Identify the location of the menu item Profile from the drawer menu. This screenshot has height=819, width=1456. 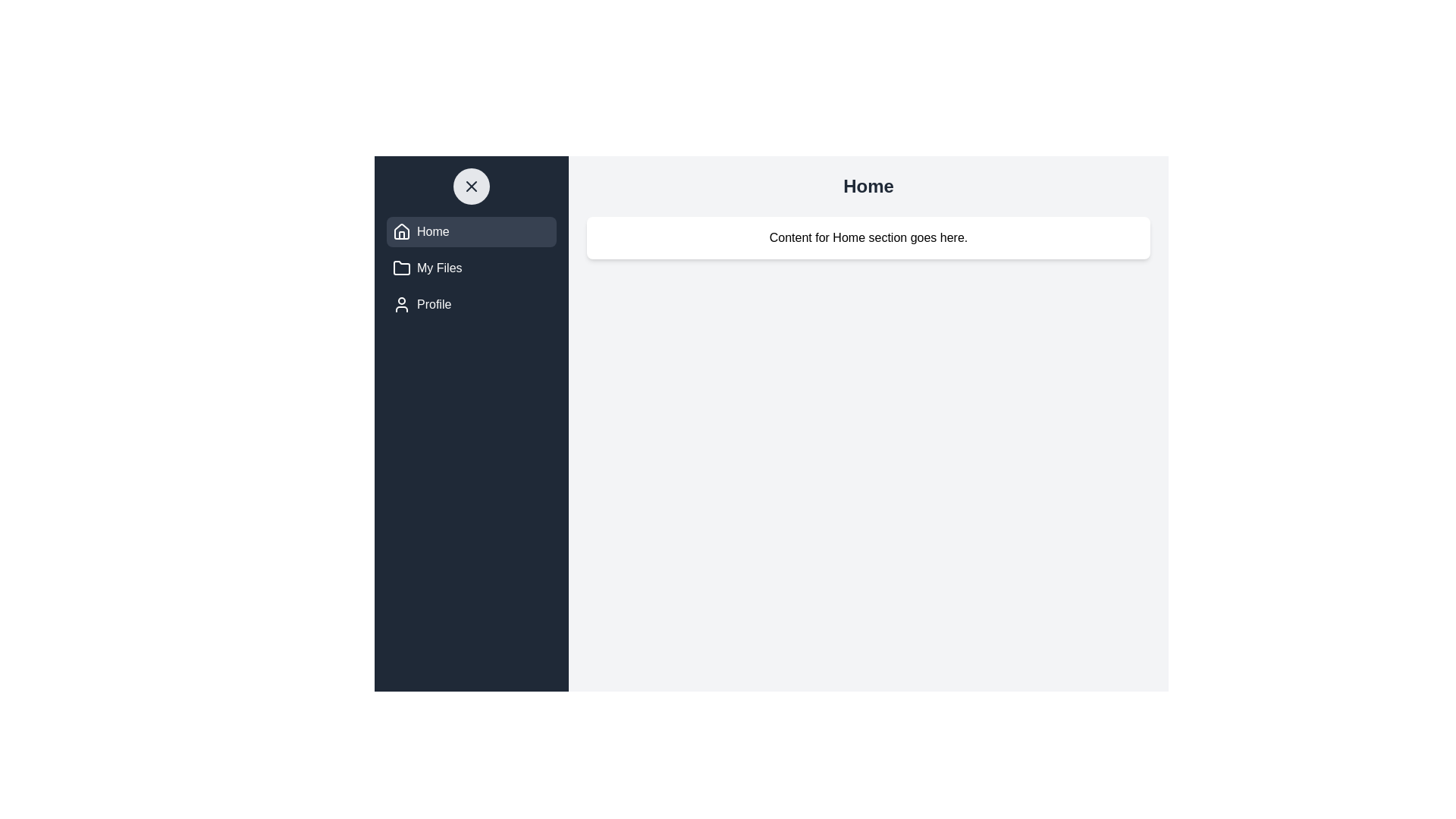
(471, 304).